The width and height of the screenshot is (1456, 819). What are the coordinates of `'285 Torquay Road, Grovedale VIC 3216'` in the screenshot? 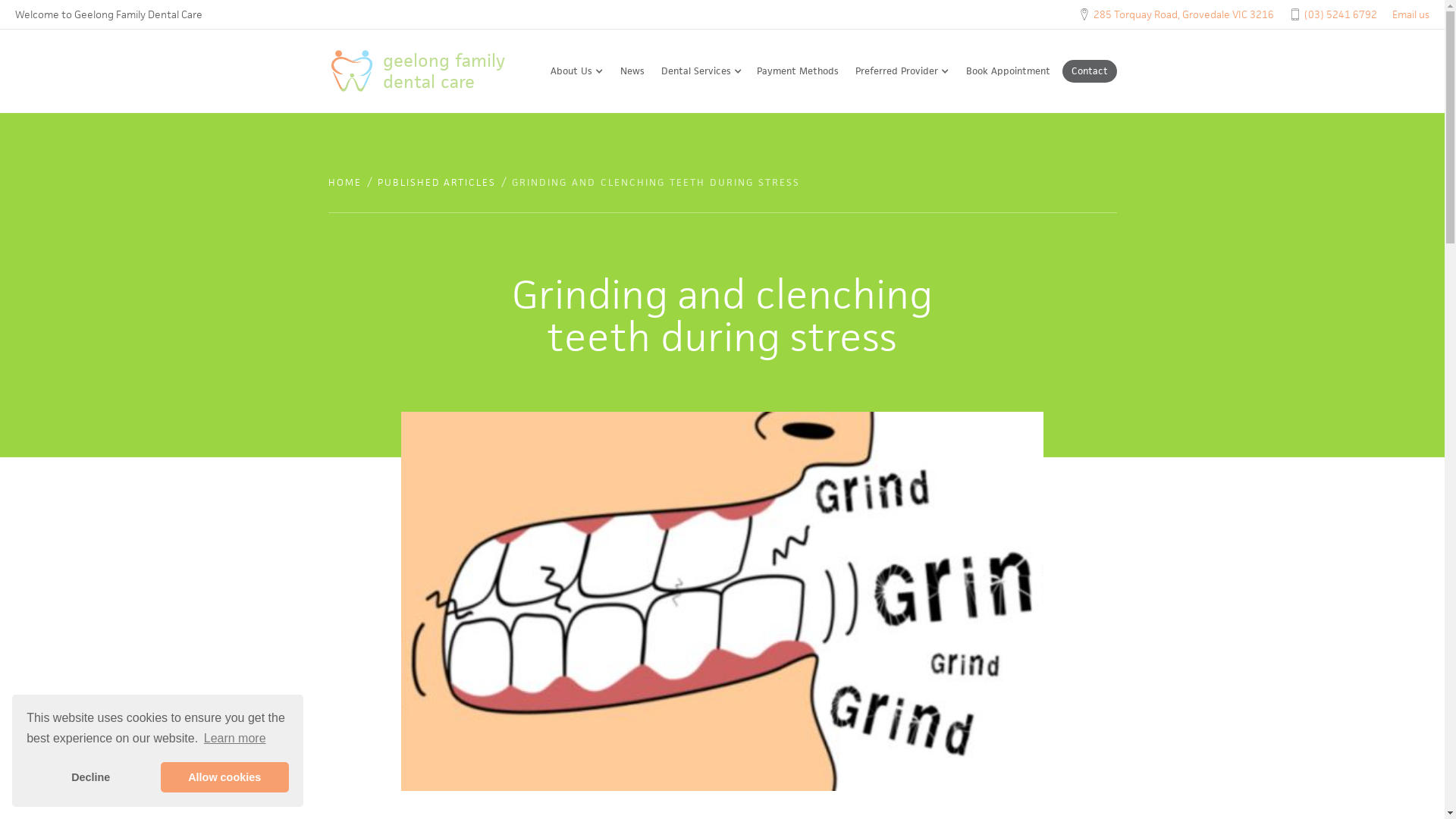 It's located at (1182, 14).